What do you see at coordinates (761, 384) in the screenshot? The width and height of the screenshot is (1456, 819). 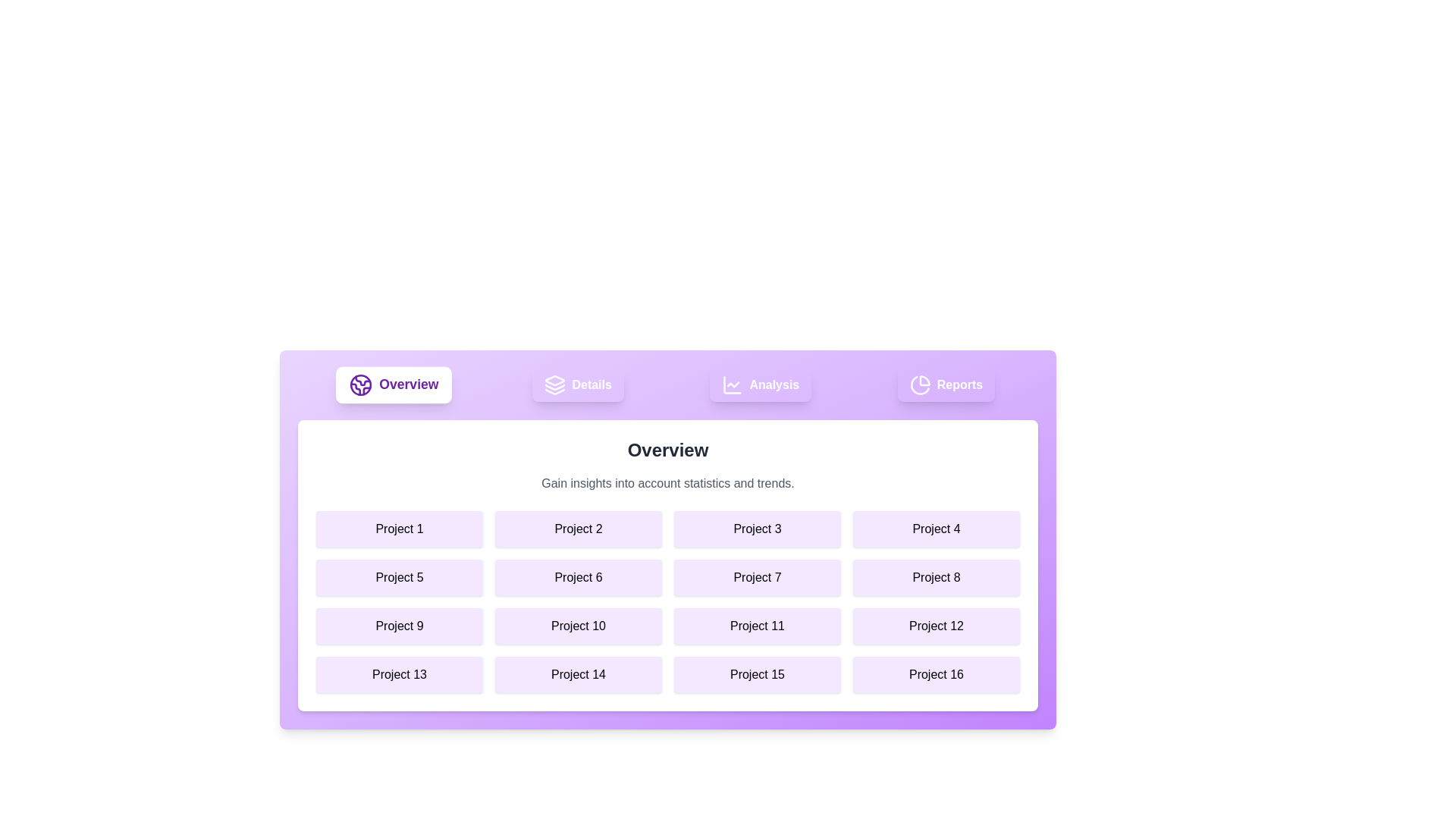 I see `the Analysis tab by clicking on its button` at bounding box center [761, 384].